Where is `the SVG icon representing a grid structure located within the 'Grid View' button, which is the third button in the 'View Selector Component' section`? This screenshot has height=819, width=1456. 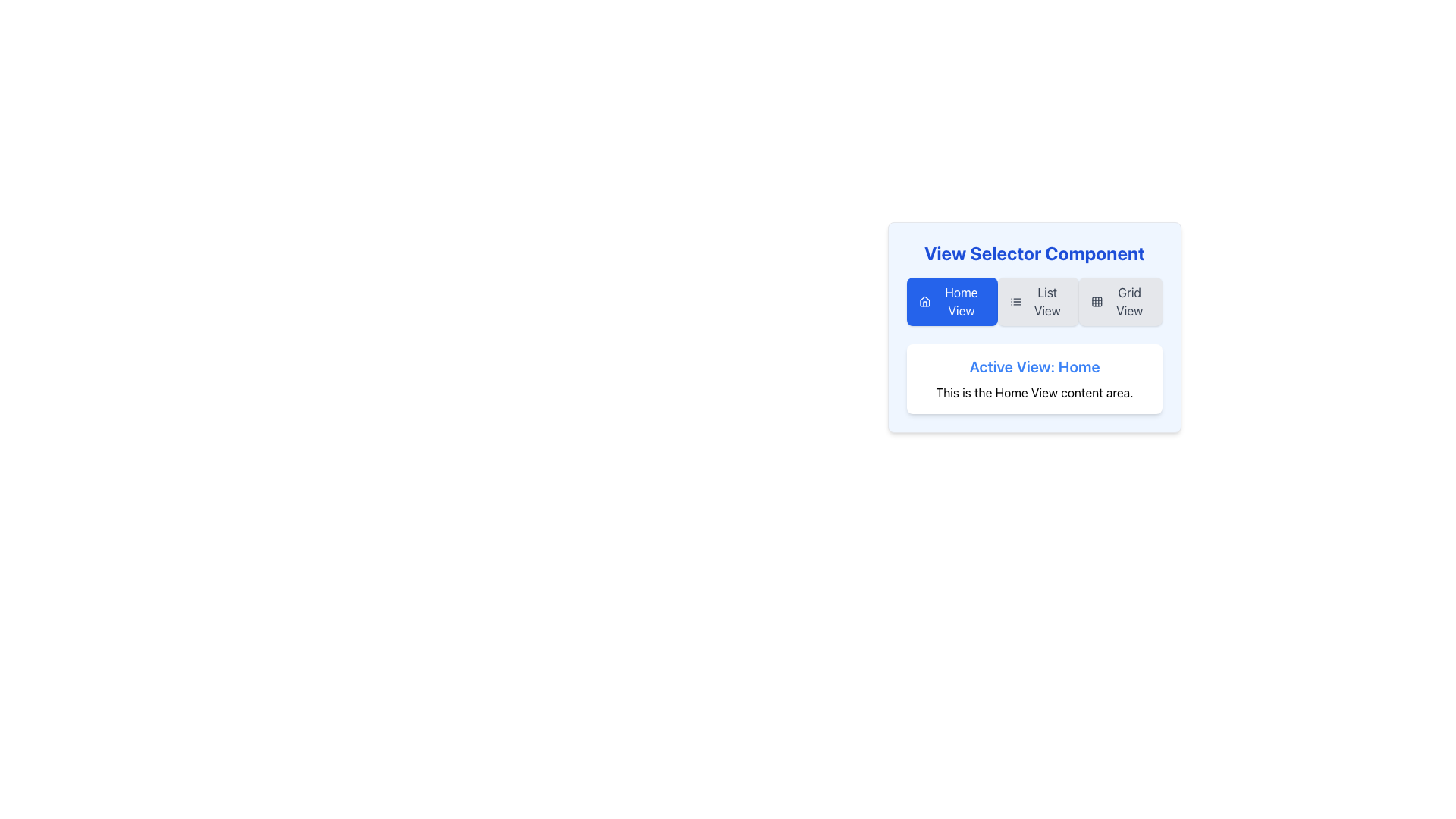
the SVG icon representing a grid structure located within the 'Grid View' button, which is the third button in the 'View Selector Component' section is located at coordinates (1097, 301).